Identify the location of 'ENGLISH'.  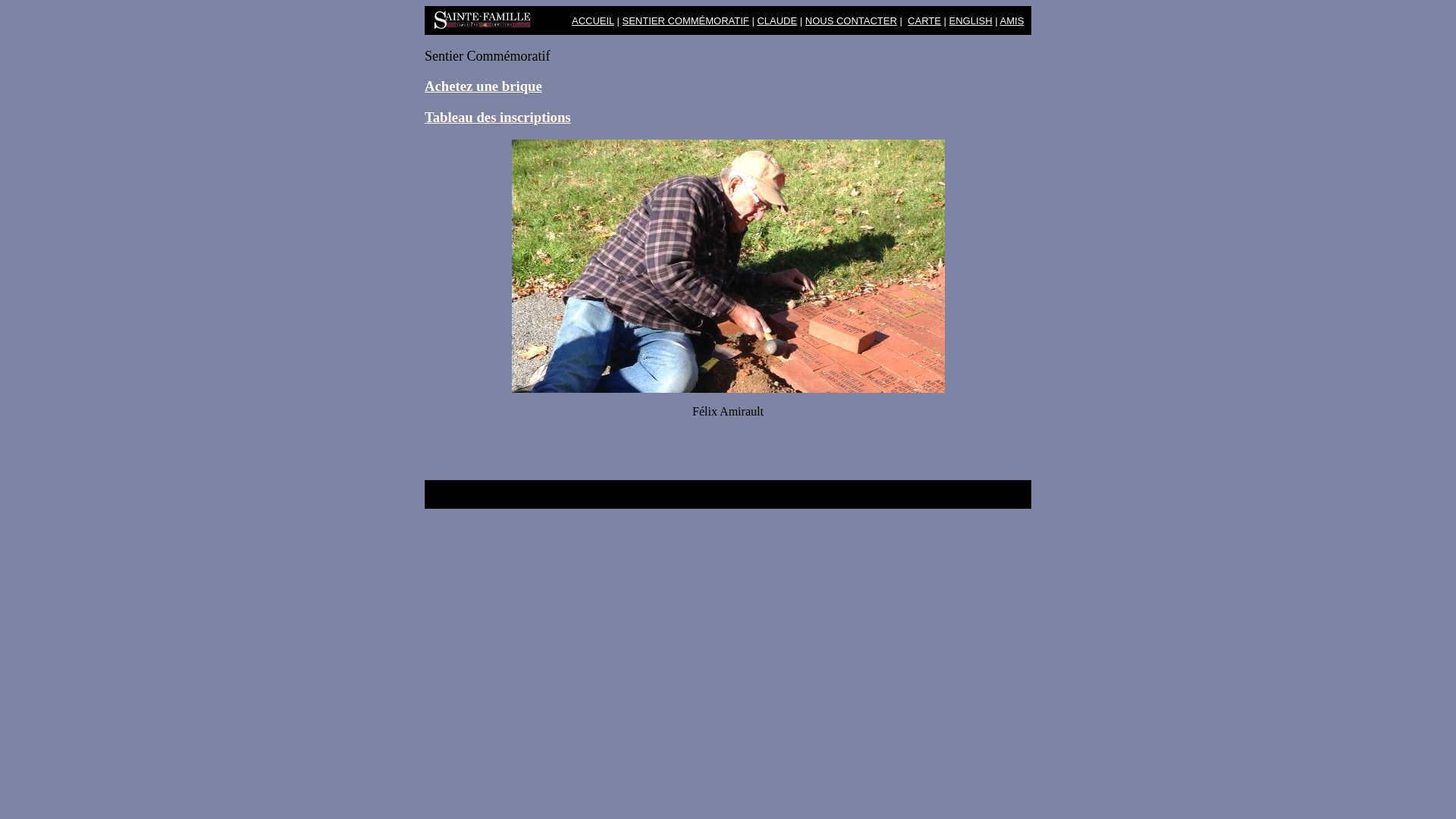
(971, 20).